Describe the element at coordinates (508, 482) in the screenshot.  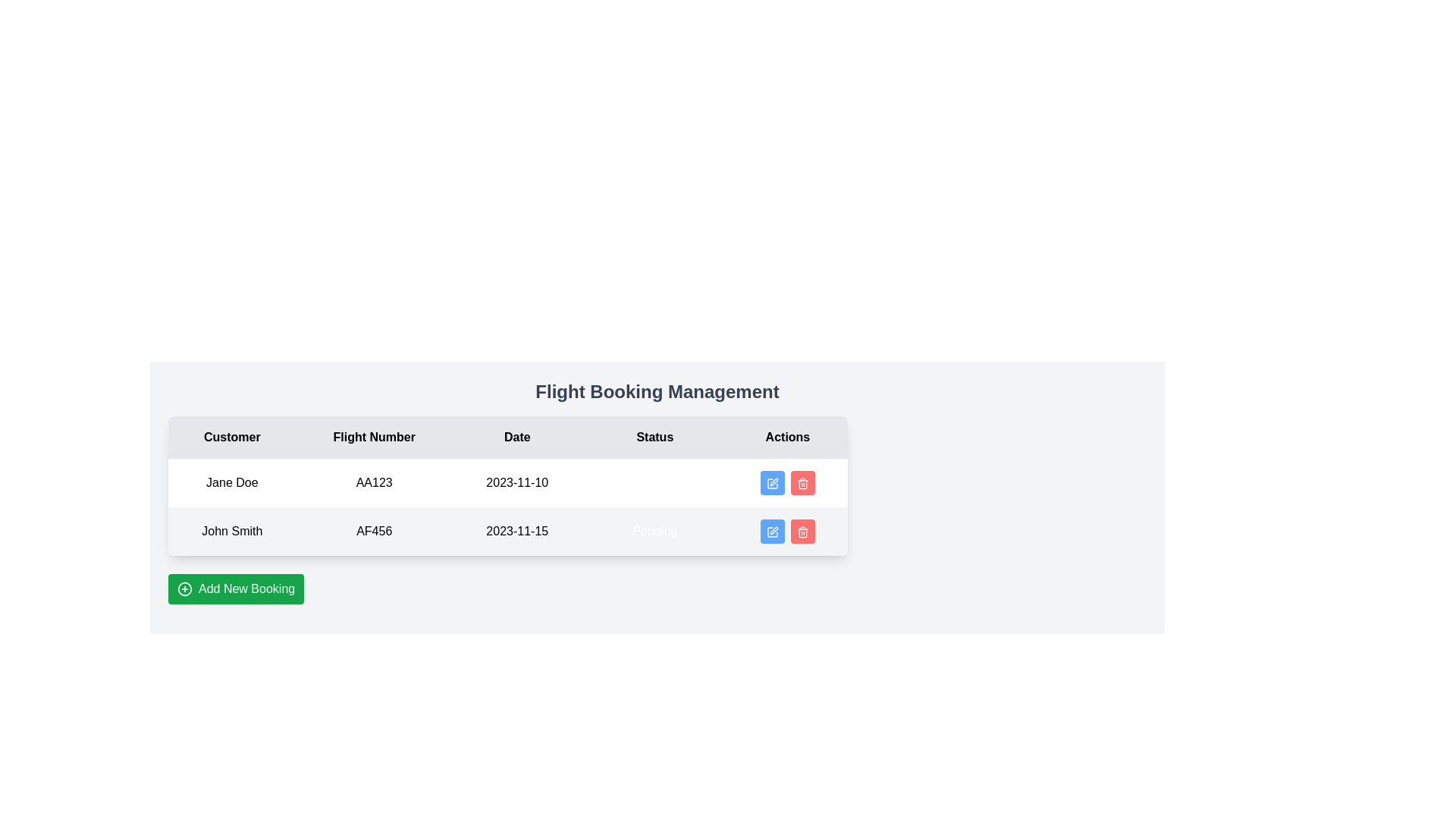
I see `the first row of the flight booking table for 'Jane Doe' to view detailed information` at that location.